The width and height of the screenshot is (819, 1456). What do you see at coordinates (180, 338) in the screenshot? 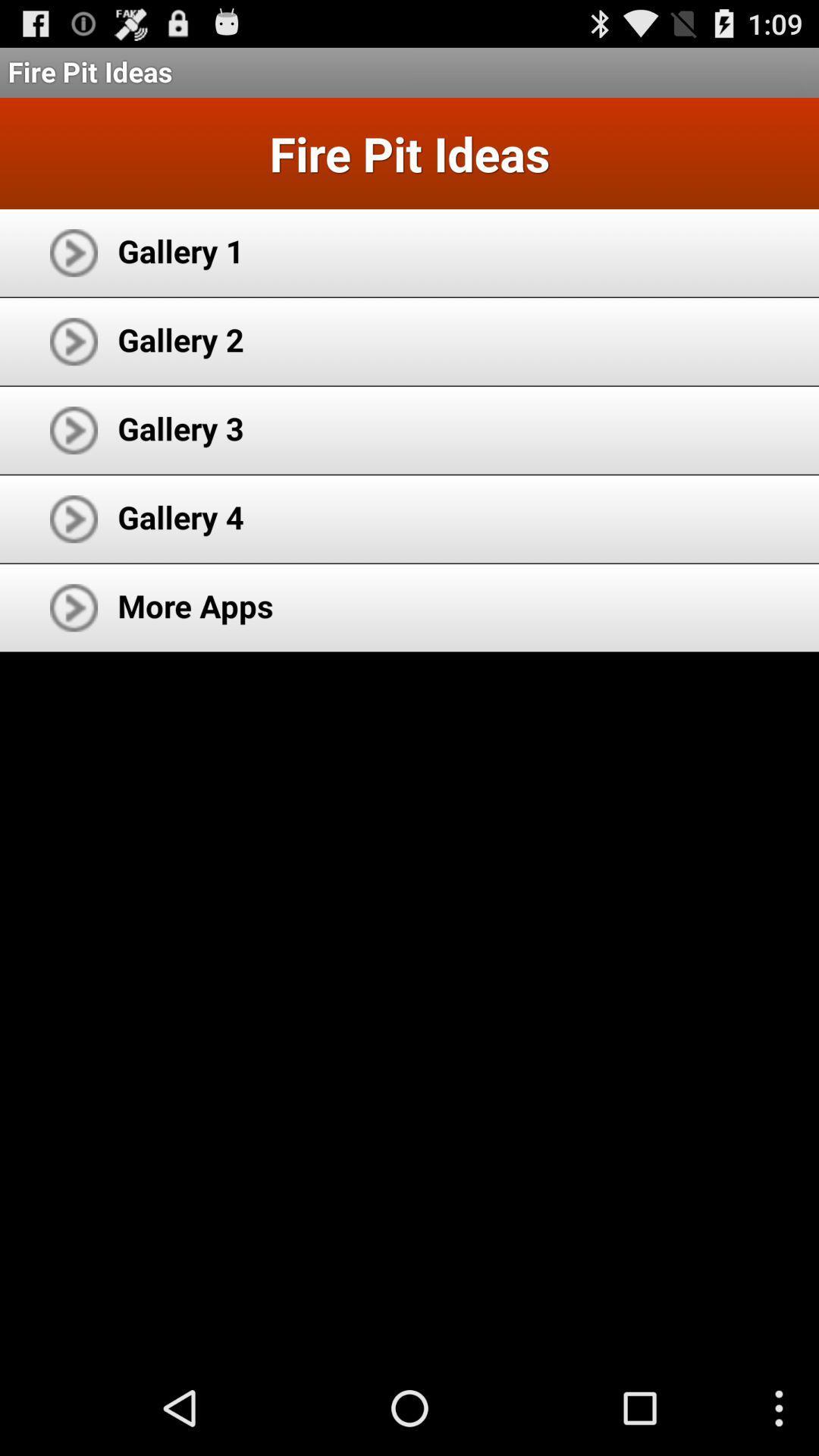
I see `icon above gallery 3 app` at bounding box center [180, 338].